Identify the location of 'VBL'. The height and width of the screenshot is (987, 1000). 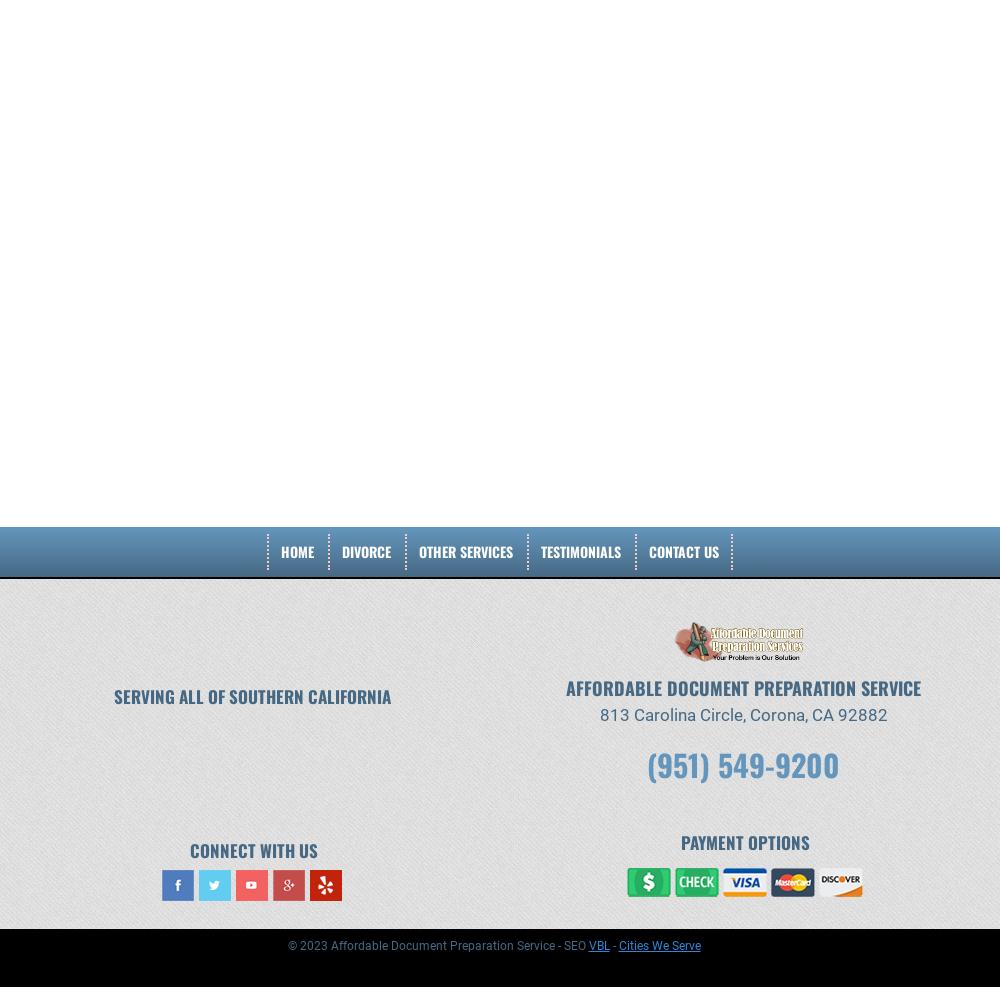
(597, 944).